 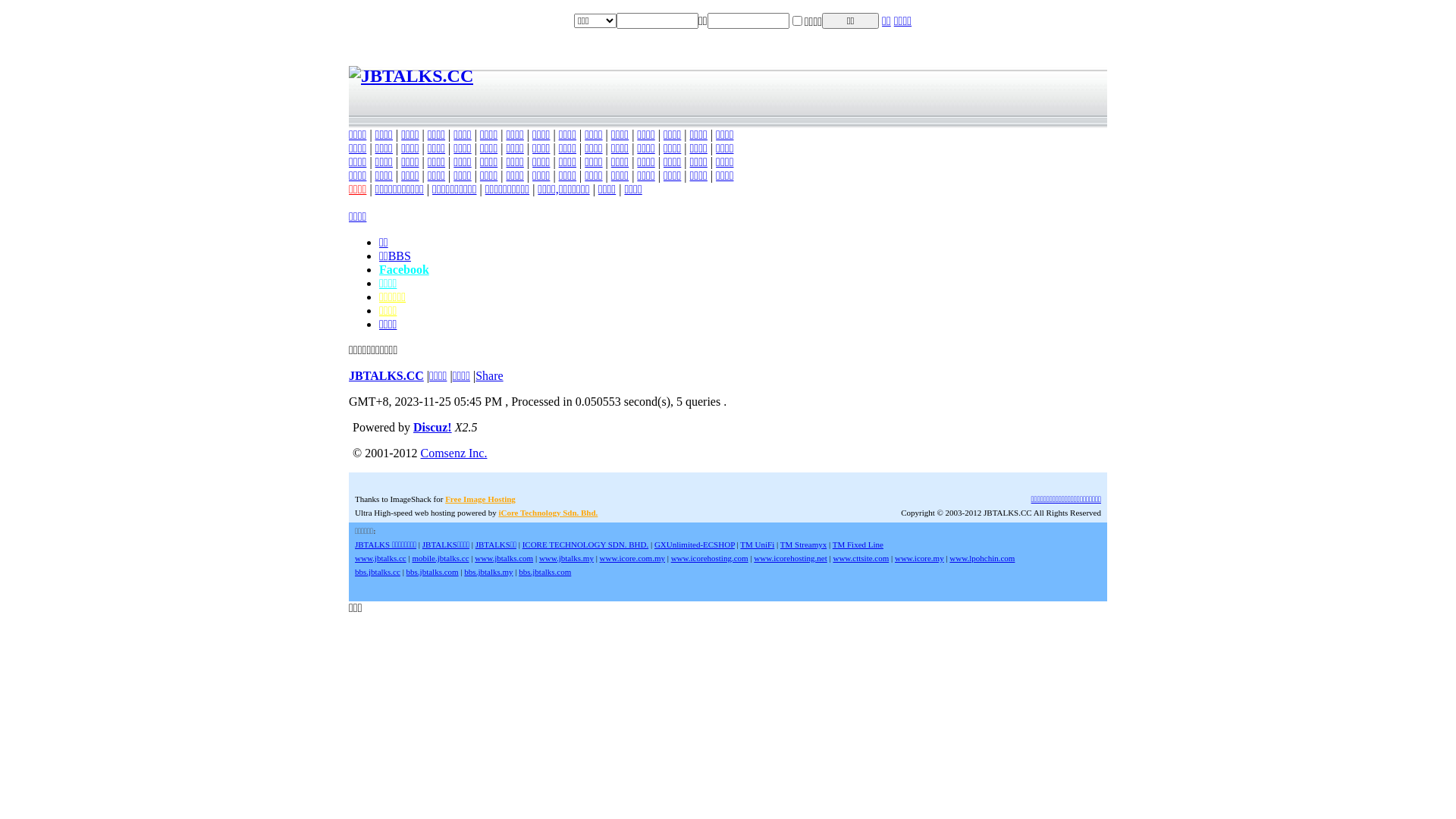 What do you see at coordinates (386, 375) in the screenshot?
I see `'JBTALKS.CC'` at bounding box center [386, 375].